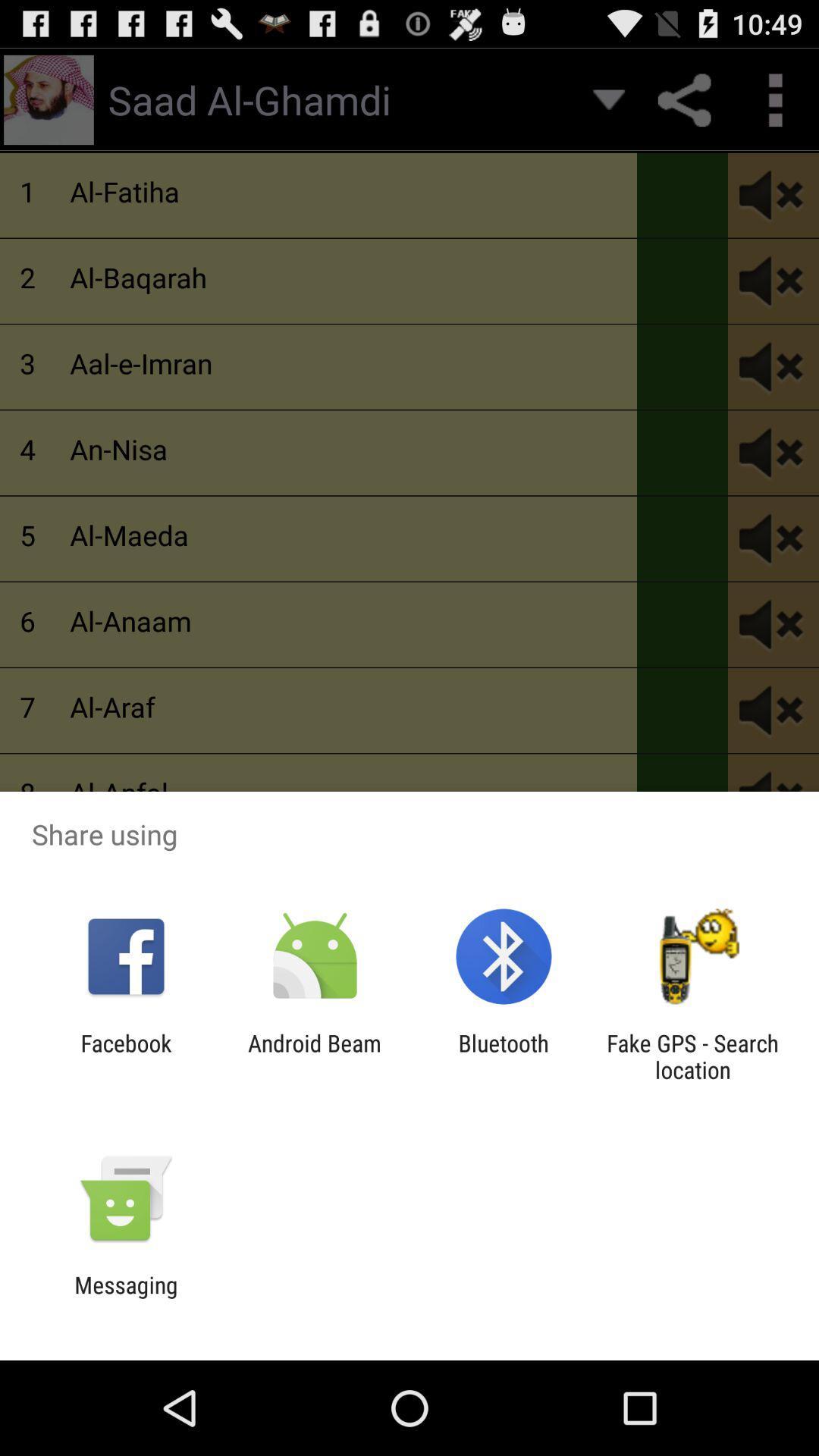 This screenshot has width=819, height=1456. Describe the element at coordinates (314, 1056) in the screenshot. I see `app next to bluetooth icon` at that location.